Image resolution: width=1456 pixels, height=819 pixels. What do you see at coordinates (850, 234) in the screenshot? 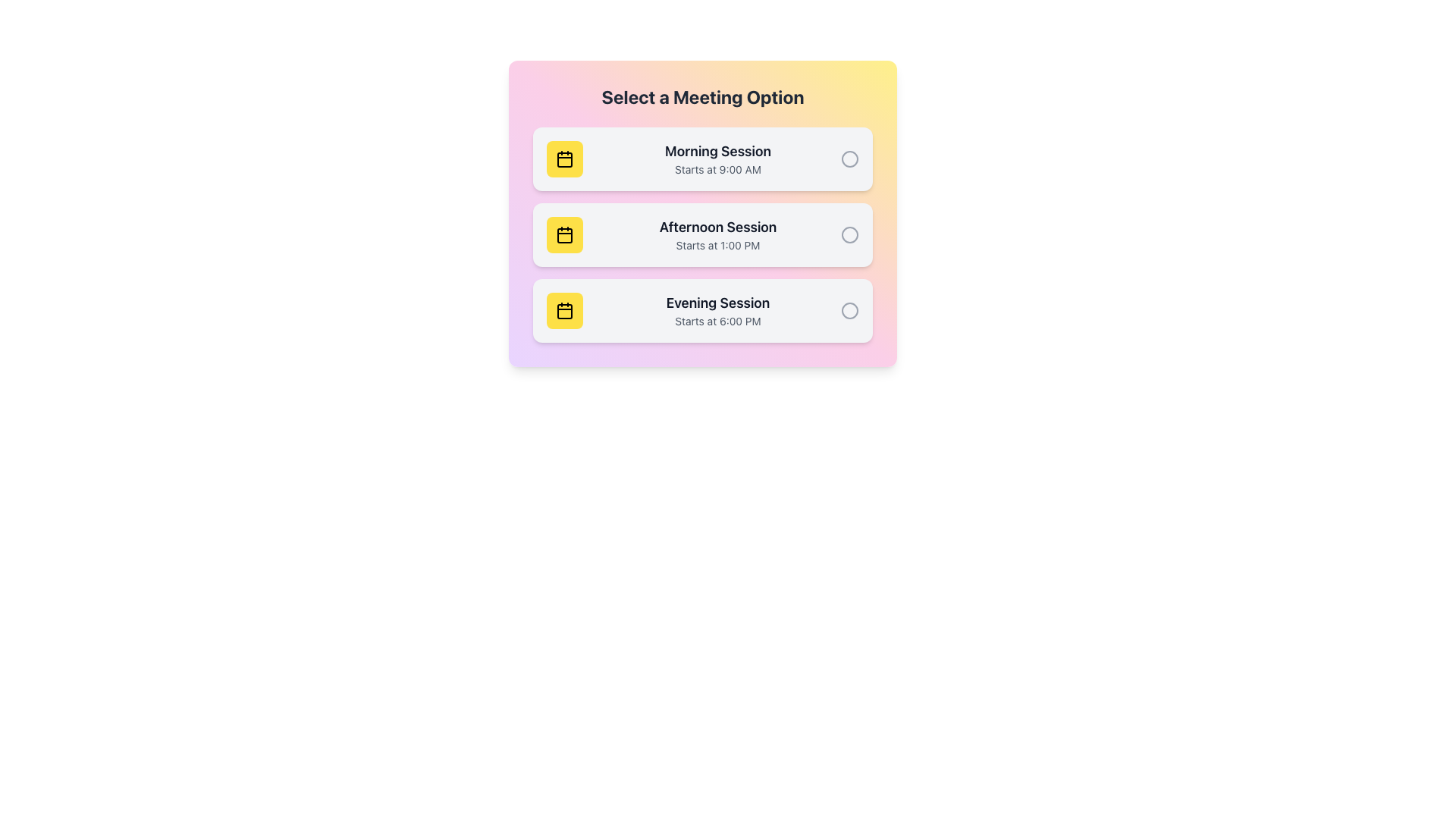
I see `the 'Afternoon Session' radio button` at bounding box center [850, 234].